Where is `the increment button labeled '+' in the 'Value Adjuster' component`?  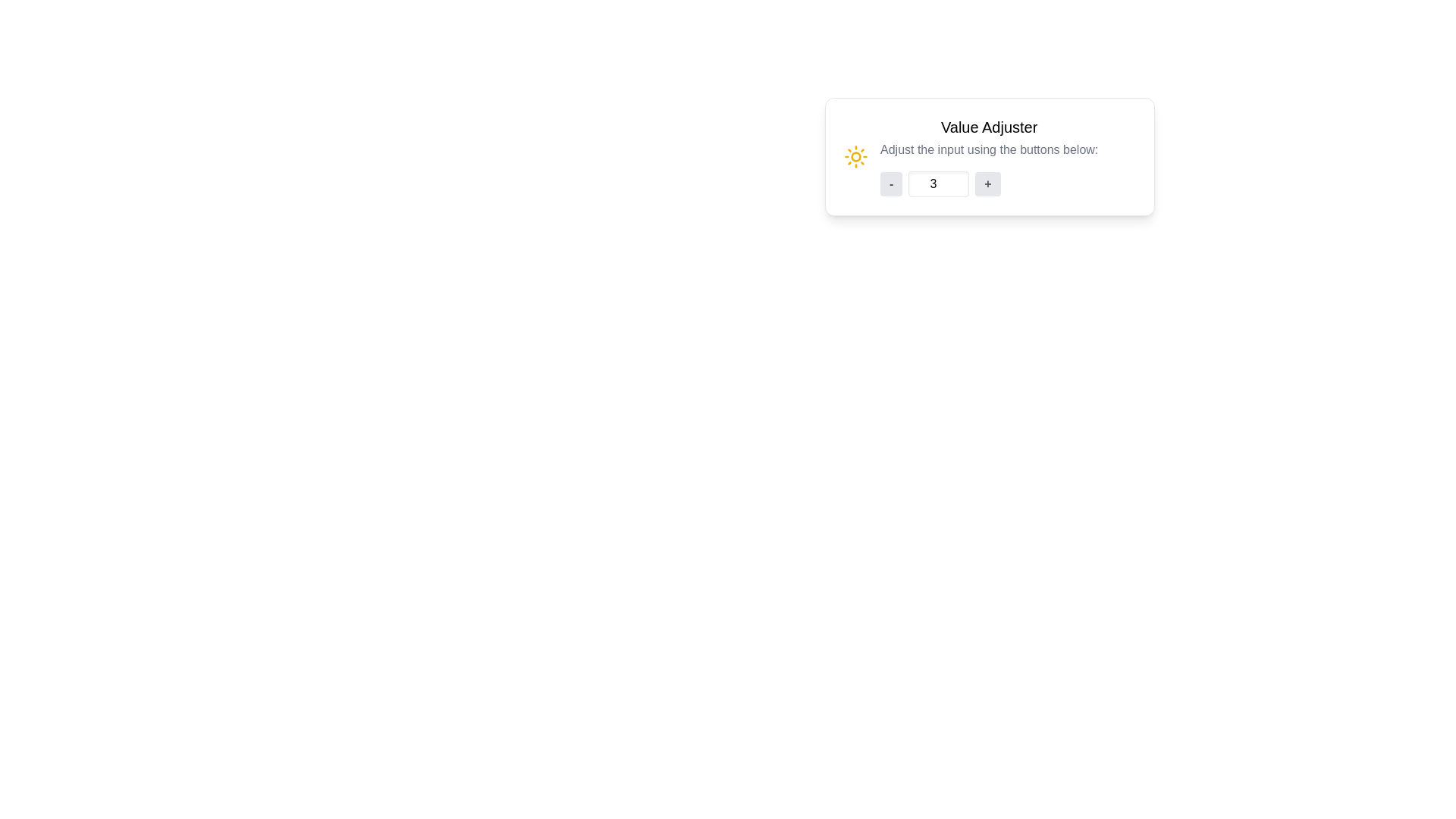 the increment button labeled '+' in the 'Value Adjuster' component is located at coordinates (989, 184).